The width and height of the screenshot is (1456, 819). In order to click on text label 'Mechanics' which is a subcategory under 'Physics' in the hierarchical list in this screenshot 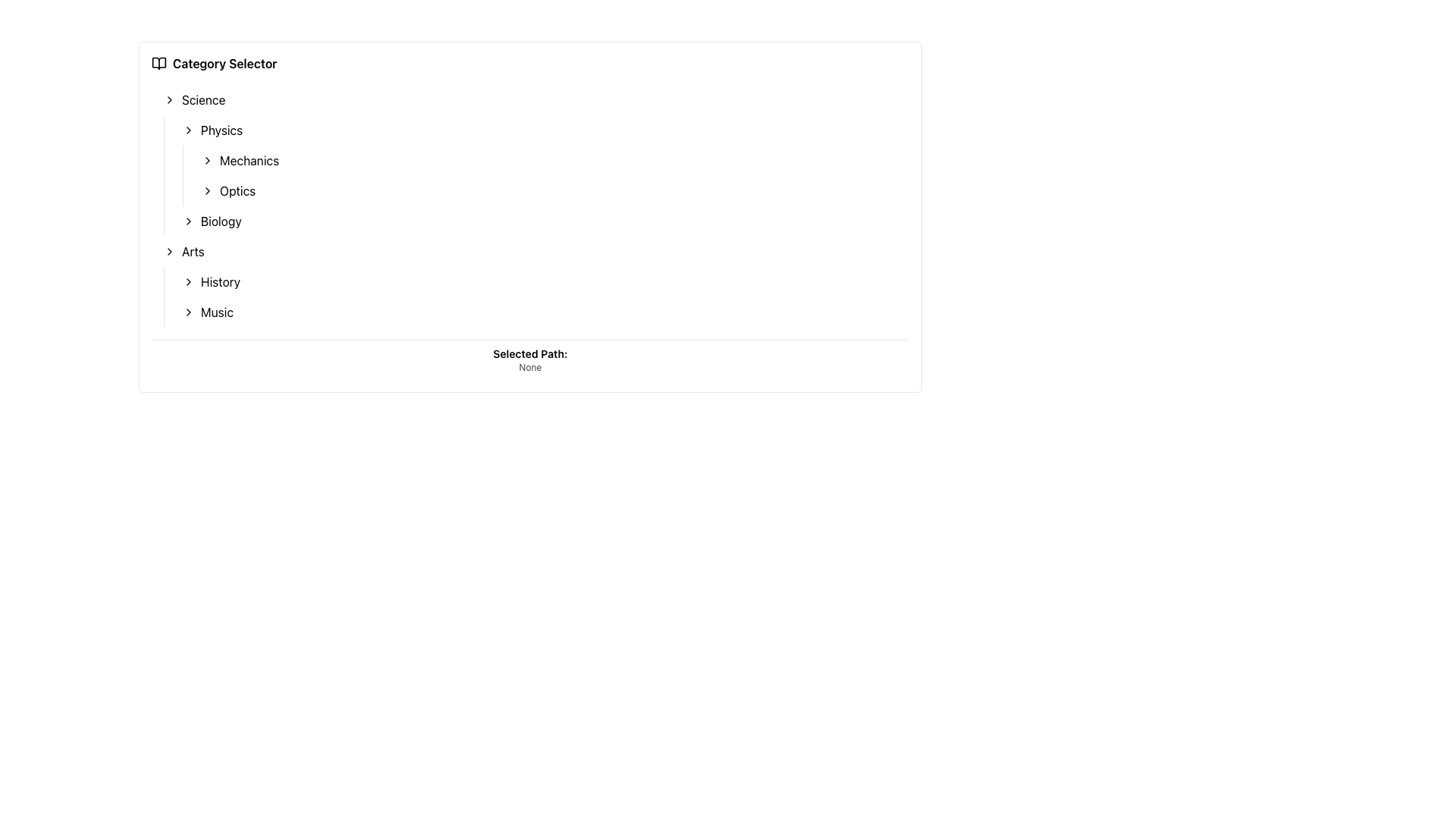, I will do `click(249, 161)`.